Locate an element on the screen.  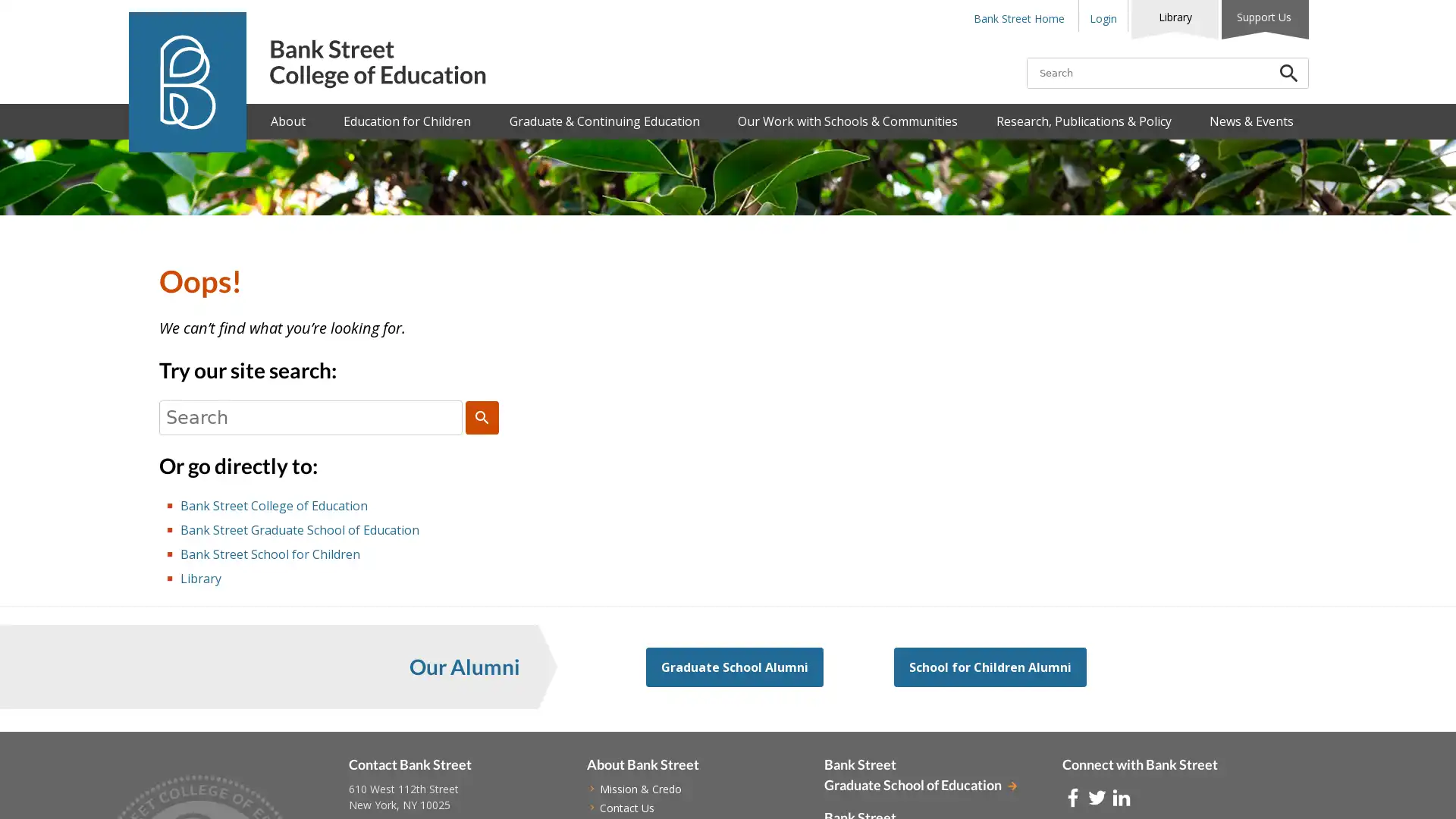
Research, Publications & Policy is located at coordinates (1082, 121).